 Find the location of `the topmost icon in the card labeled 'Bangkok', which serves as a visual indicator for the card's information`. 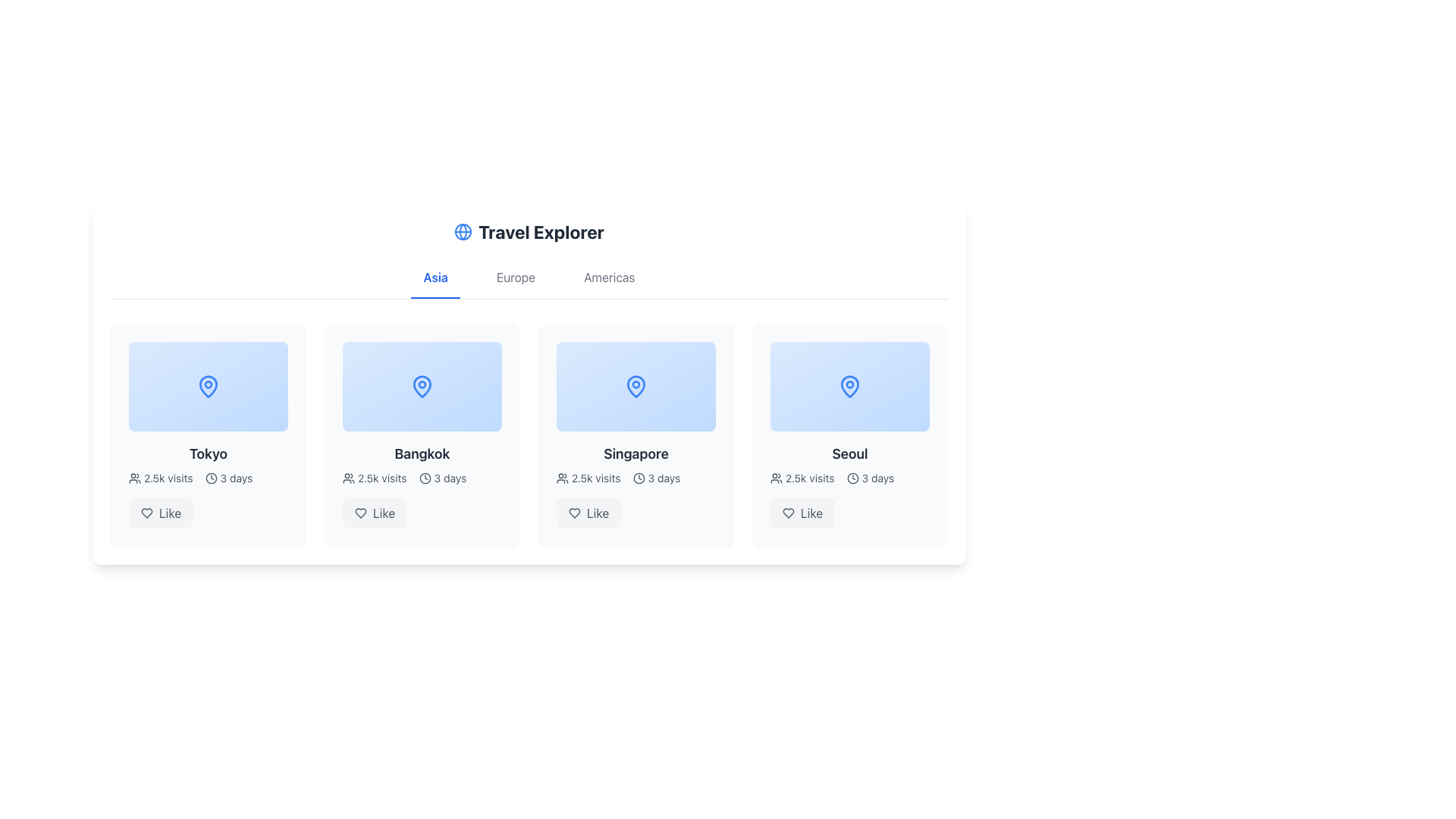

the topmost icon in the card labeled 'Bangkok', which serves as a visual indicator for the card's information is located at coordinates (422, 385).